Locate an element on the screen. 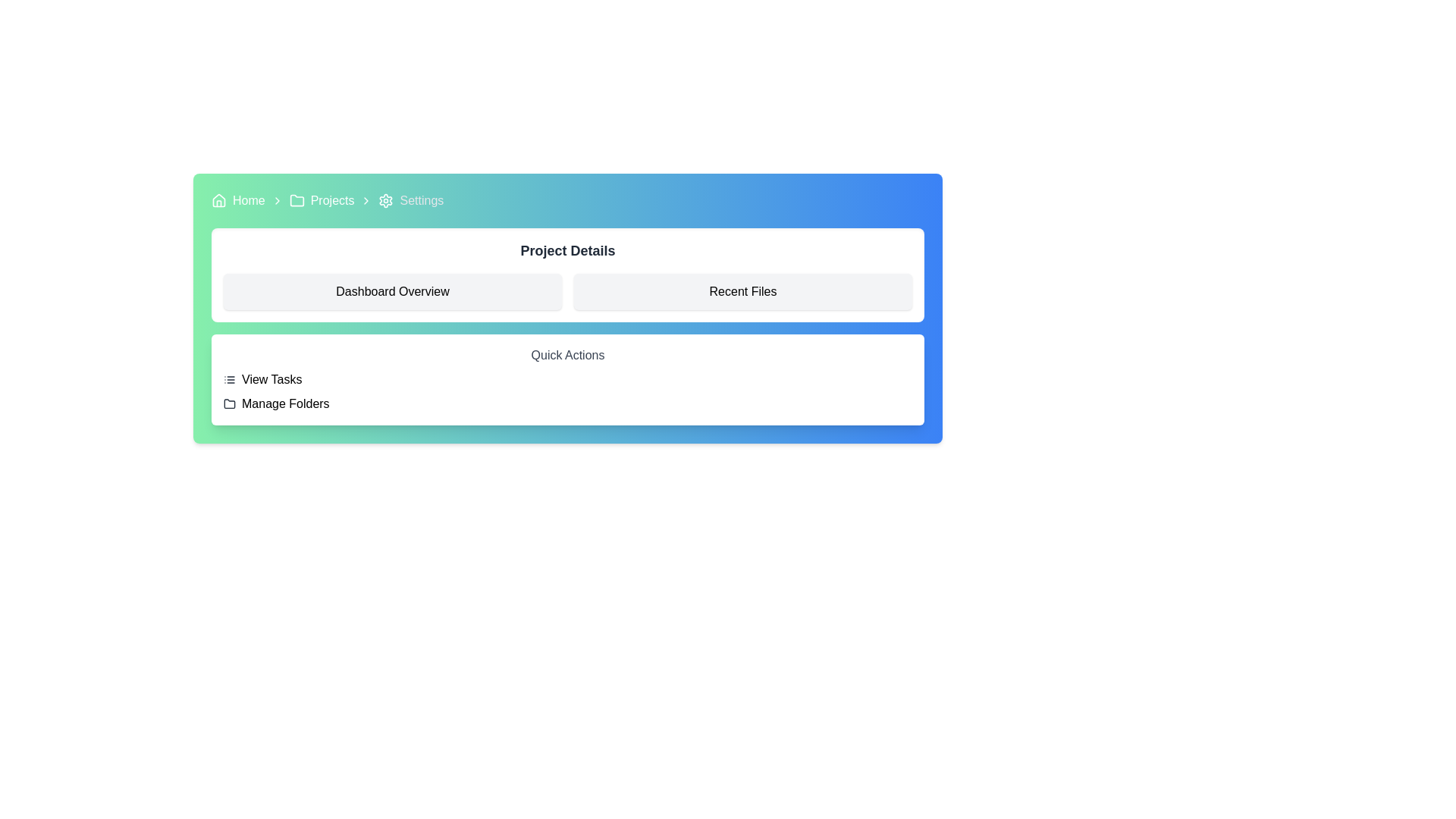 Image resolution: width=1456 pixels, height=819 pixels. text 'Dashboard Overview' from the heading block, which is a light gray rectangular block with rounded corners located in the top-left section of the grid layout is located at coordinates (393, 292).